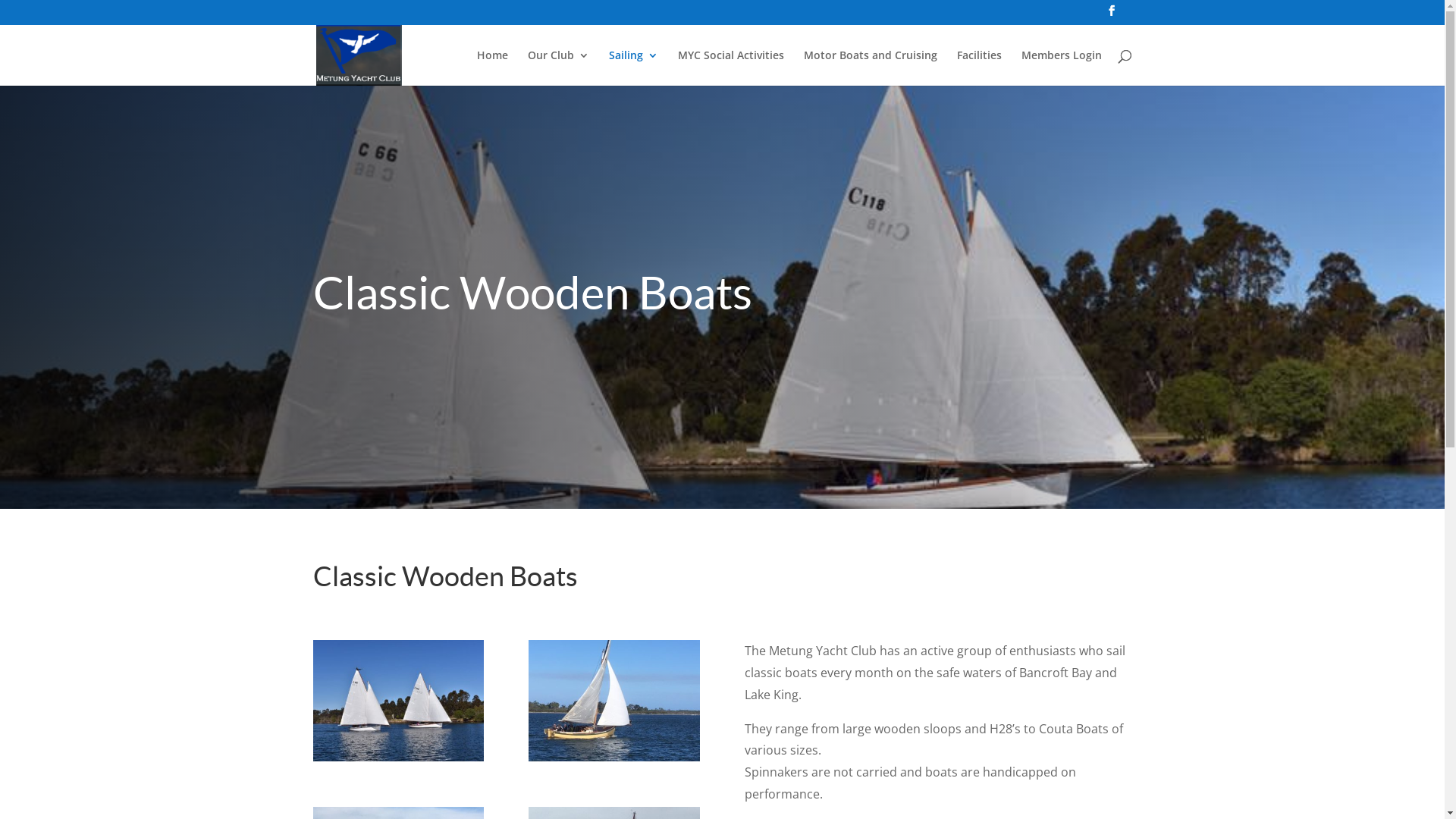 The image size is (1456, 819). I want to click on 'Our Club', so click(557, 67).